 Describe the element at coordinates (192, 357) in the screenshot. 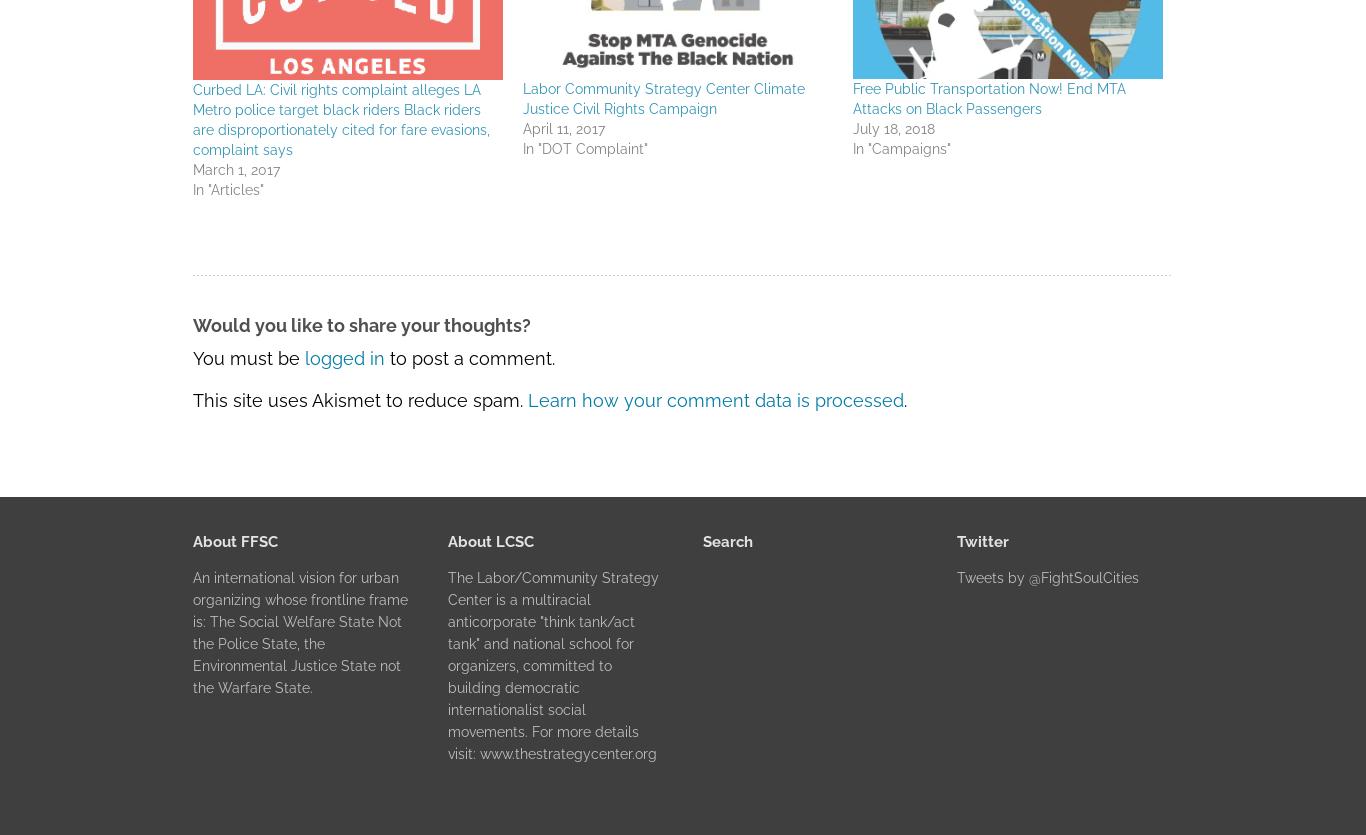

I see `'You must be'` at that location.